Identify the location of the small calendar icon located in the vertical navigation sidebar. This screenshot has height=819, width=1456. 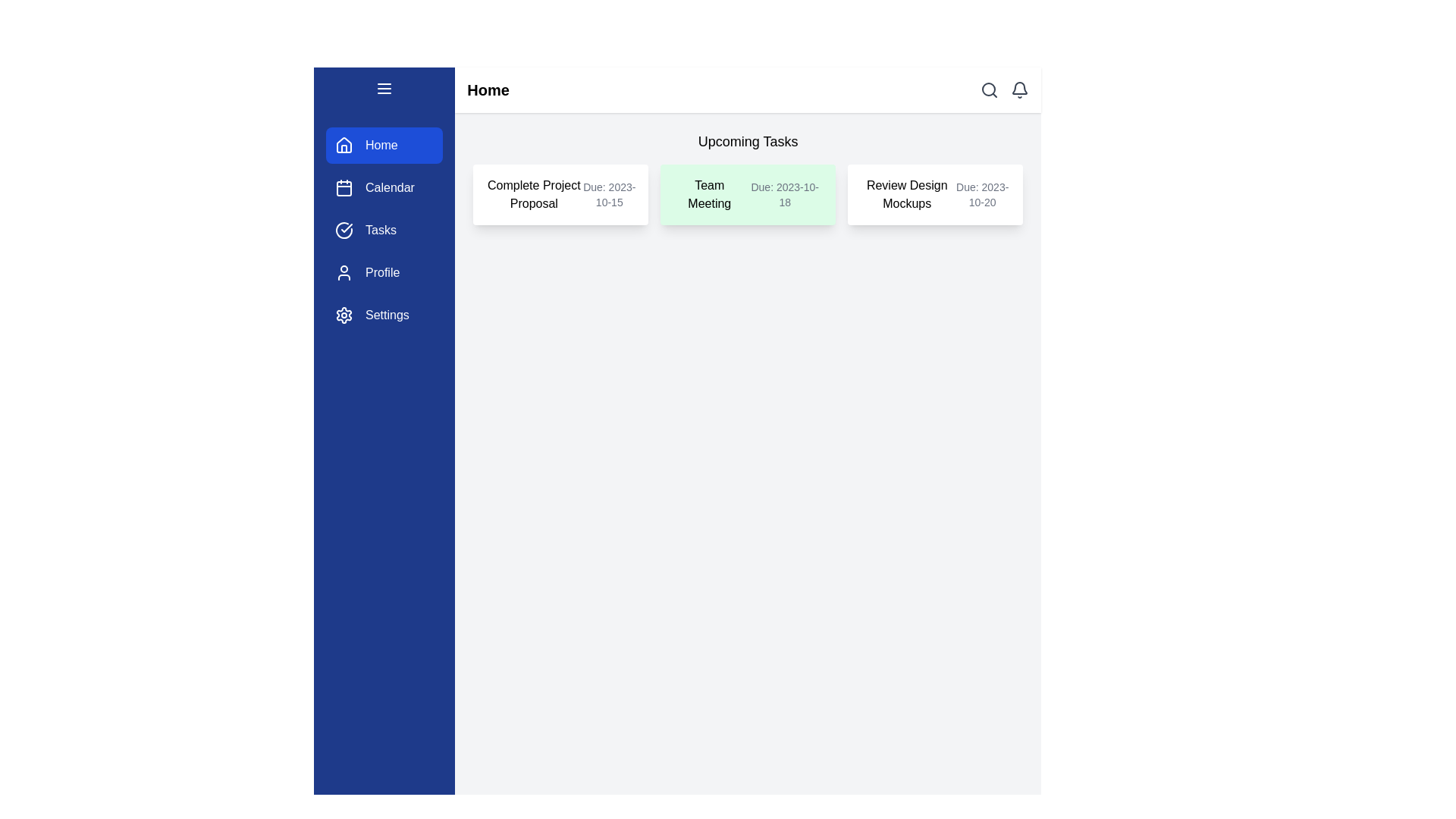
(344, 187).